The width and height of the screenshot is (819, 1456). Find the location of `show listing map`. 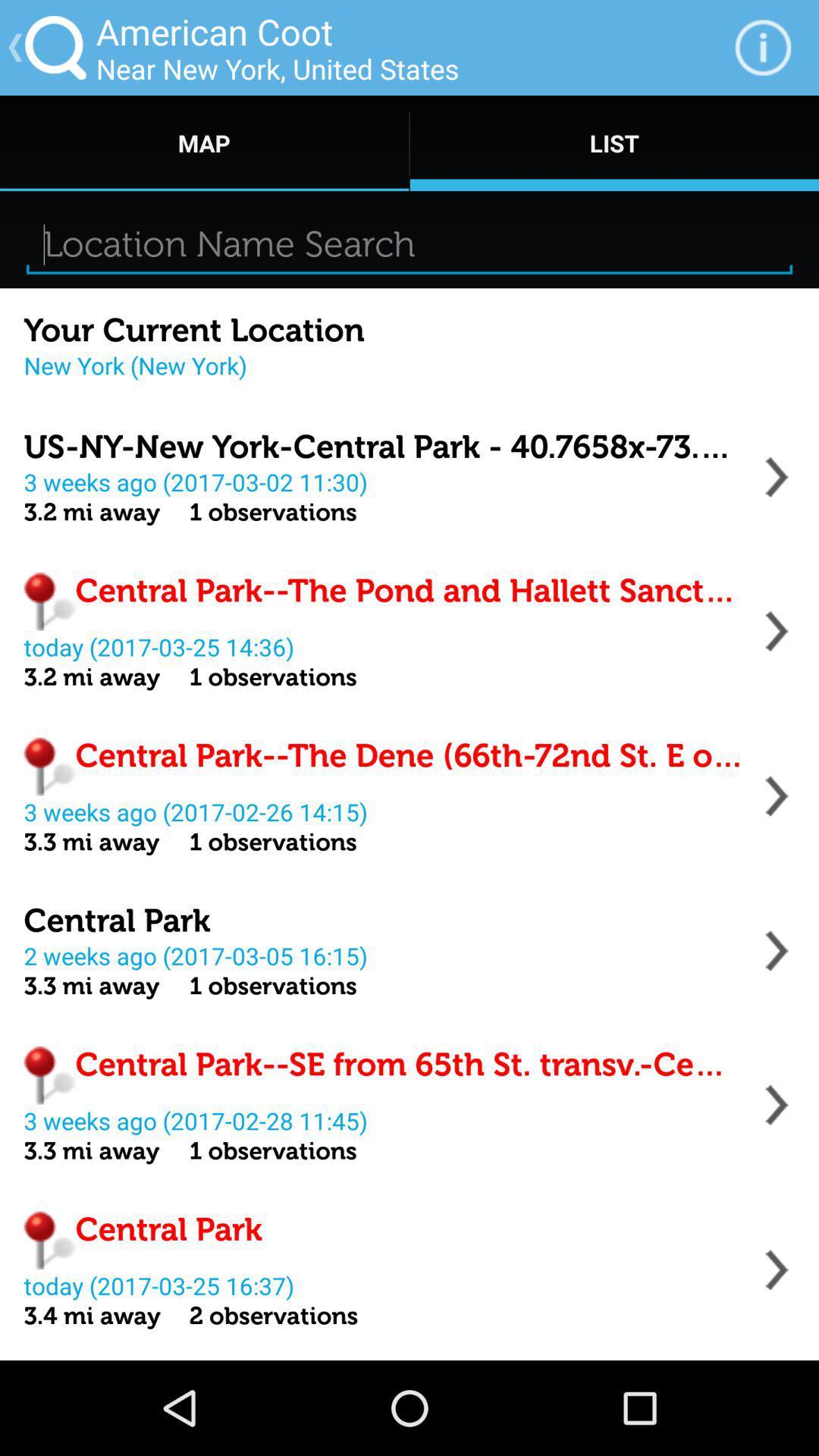

show listing map is located at coordinates (777, 631).